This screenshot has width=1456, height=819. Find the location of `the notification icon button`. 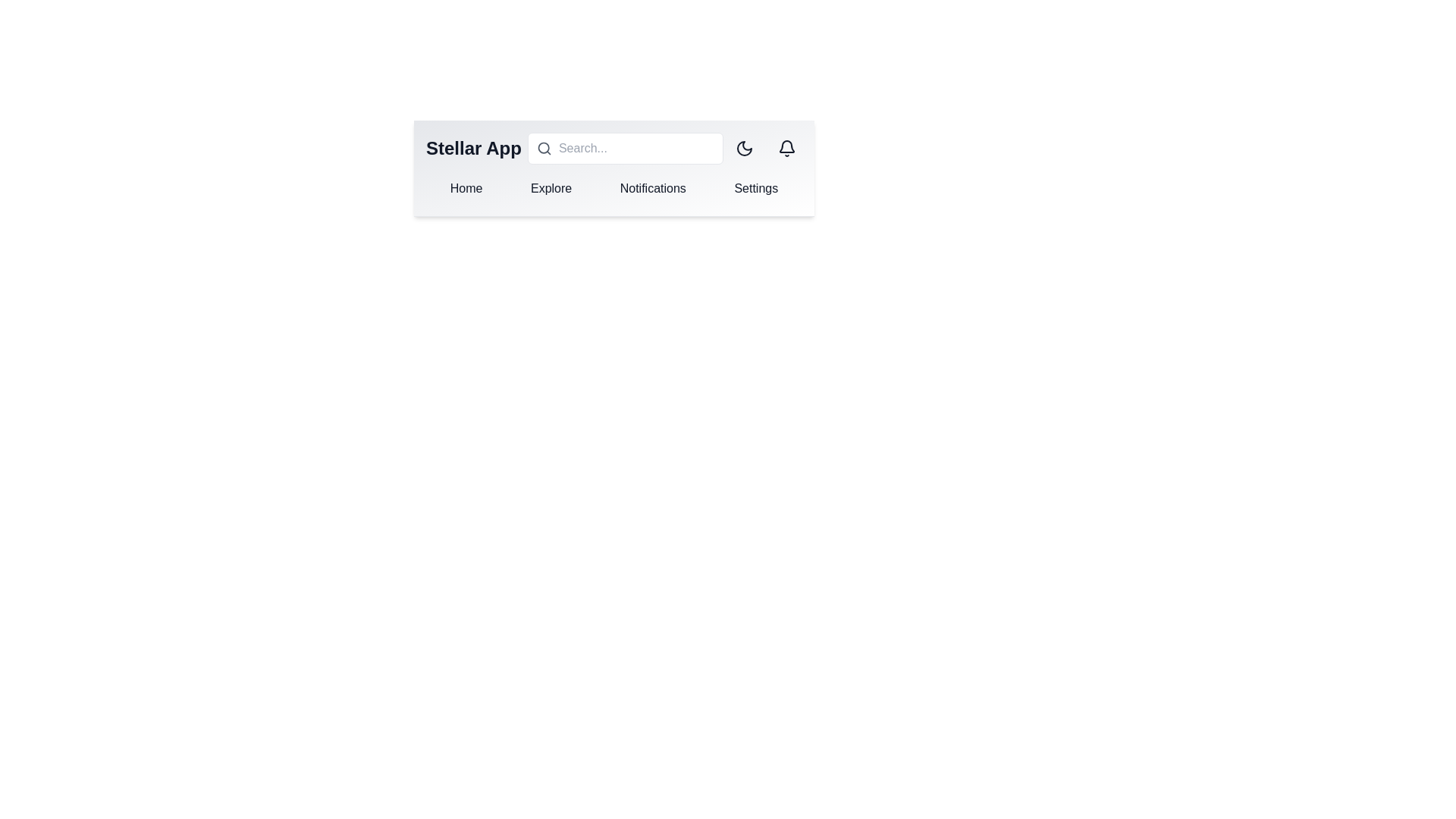

the notification icon button is located at coordinates (786, 149).